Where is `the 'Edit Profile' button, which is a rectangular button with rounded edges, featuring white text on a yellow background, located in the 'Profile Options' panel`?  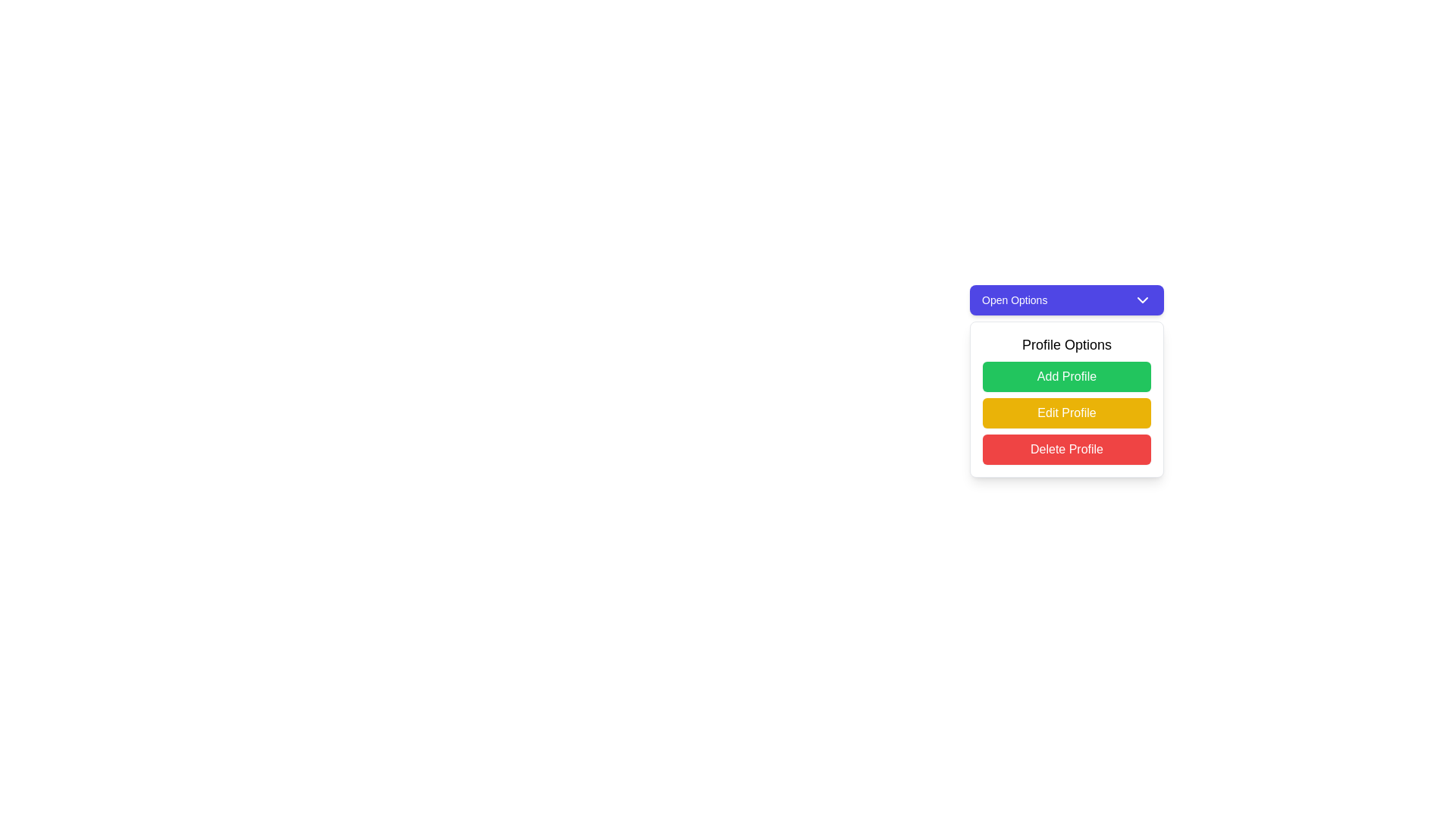
the 'Edit Profile' button, which is a rectangular button with rounded edges, featuring white text on a yellow background, located in the 'Profile Options' panel is located at coordinates (1065, 413).